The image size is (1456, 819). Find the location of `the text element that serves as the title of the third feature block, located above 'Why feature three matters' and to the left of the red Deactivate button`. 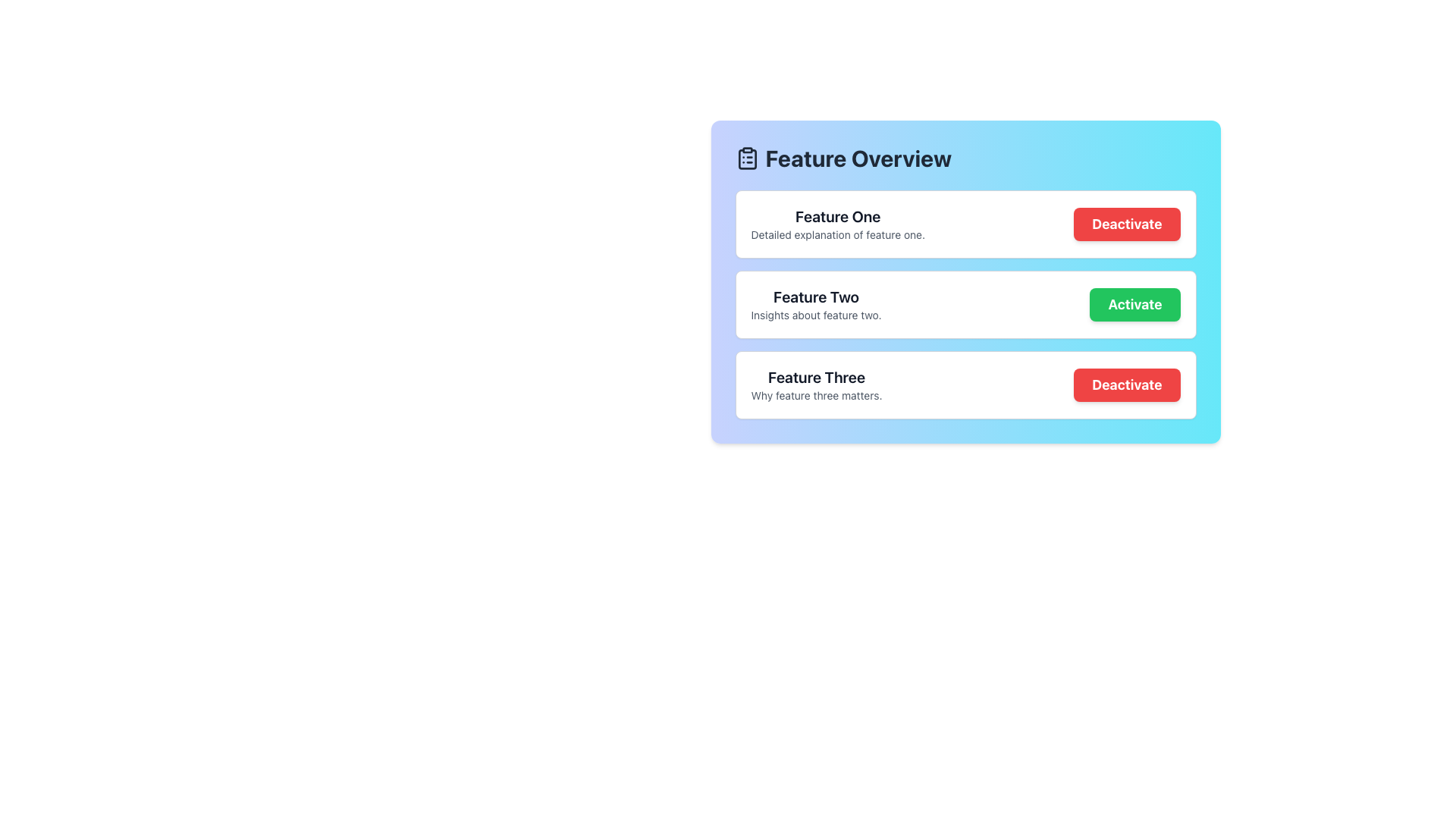

the text element that serves as the title of the third feature block, located above 'Why feature three matters' and to the left of the red Deactivate button is located at coordinates (815, 376).